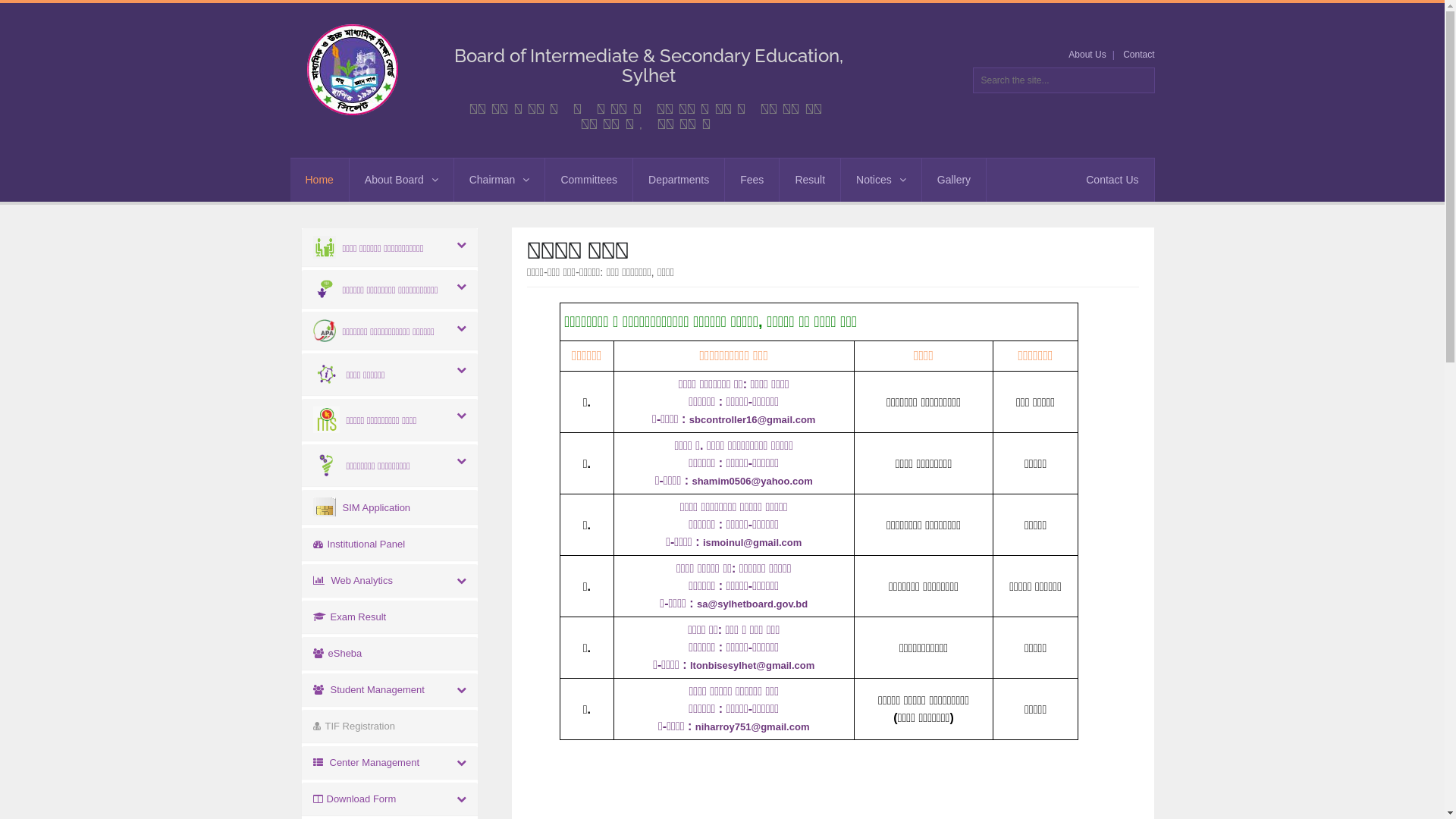  What do you see at coordinates (921, 179) in the screenshot?
I see `'Gallery'` at bounding box center [921, 179].